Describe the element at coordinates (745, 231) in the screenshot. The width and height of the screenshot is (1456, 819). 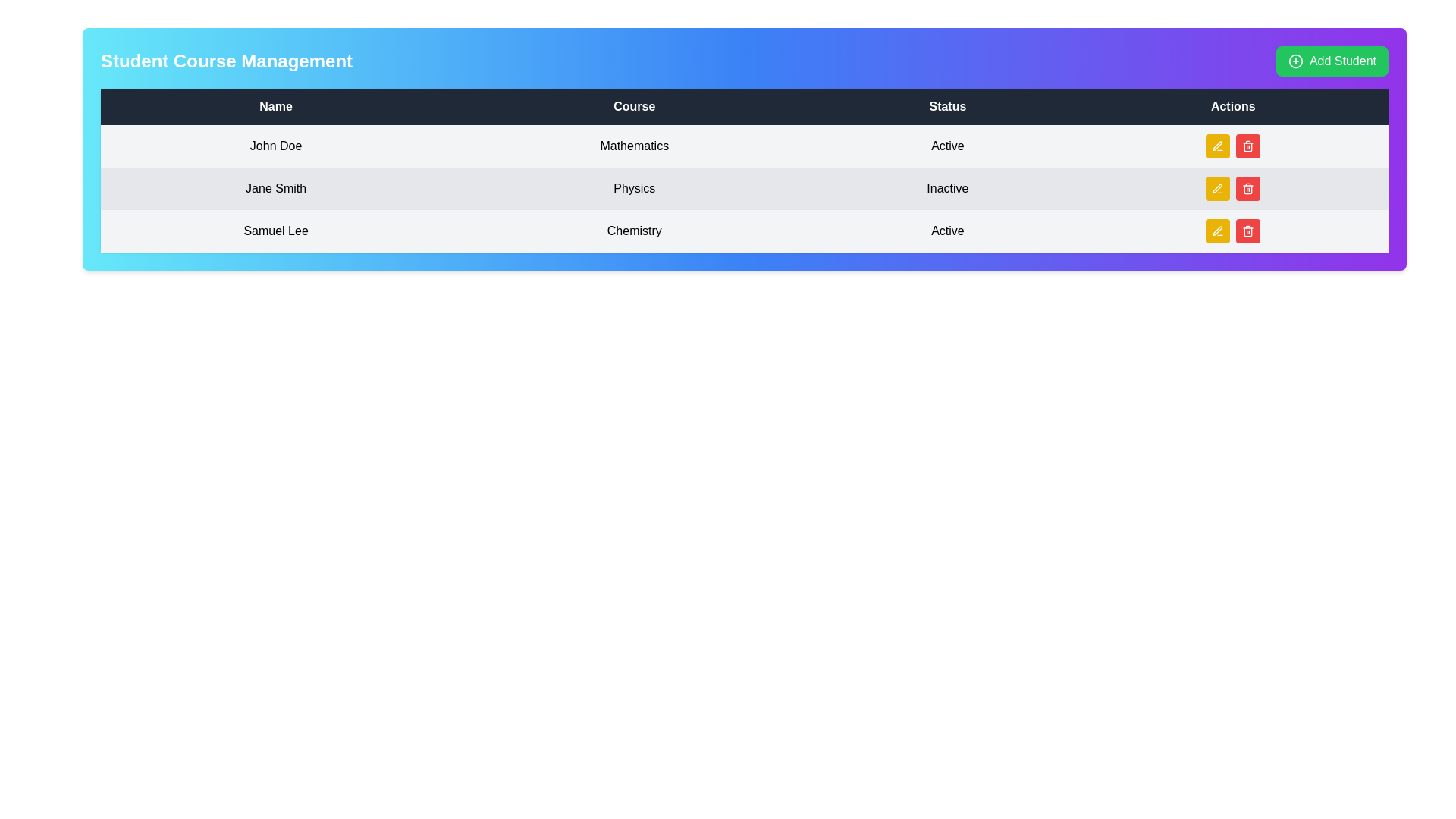
I see `the third row of the table displaying a student's information, which is located between the row with 'Jane Smith' and the rows below it` at that location.